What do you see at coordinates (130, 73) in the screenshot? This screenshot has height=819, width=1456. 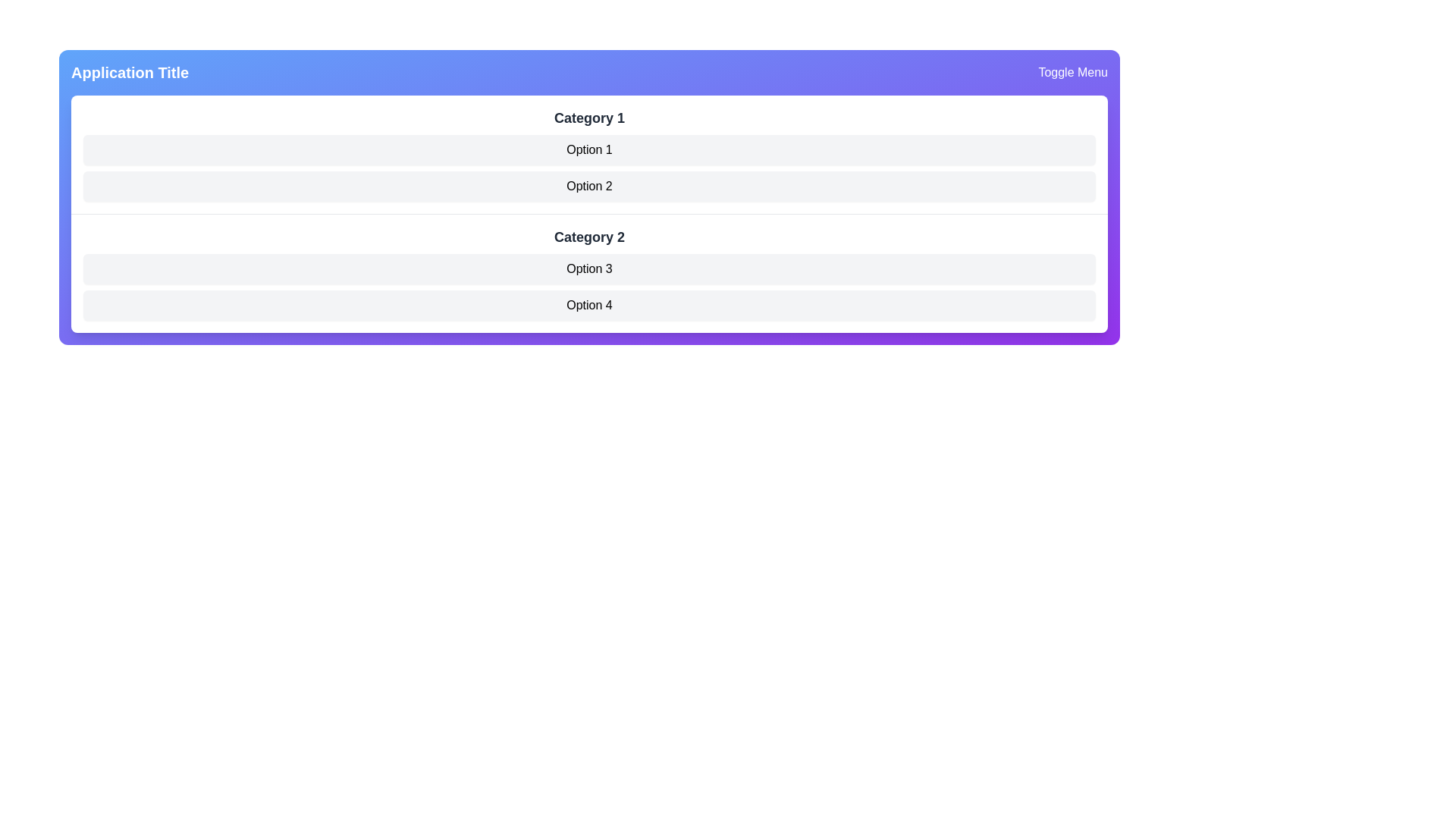 I see `the 'Application Title' text label, which is displayed in bold white text on a blue gradient rectangle within the header bar` at bounding box center [130, 73].